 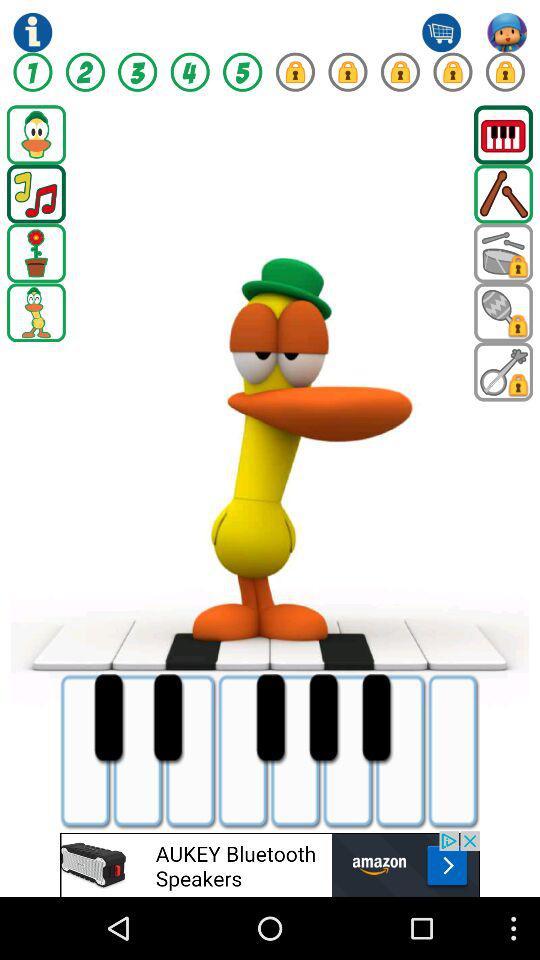 What do you see at coordinates (270, 863) in the screenshot?
I see `advertiment` at bounding box center [270, 863].